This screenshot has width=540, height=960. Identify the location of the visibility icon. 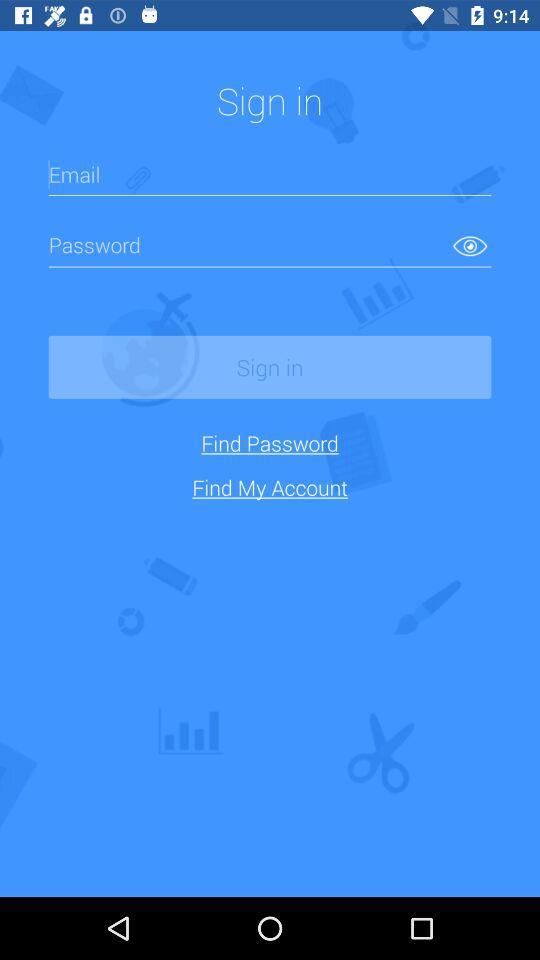
(470, 244).